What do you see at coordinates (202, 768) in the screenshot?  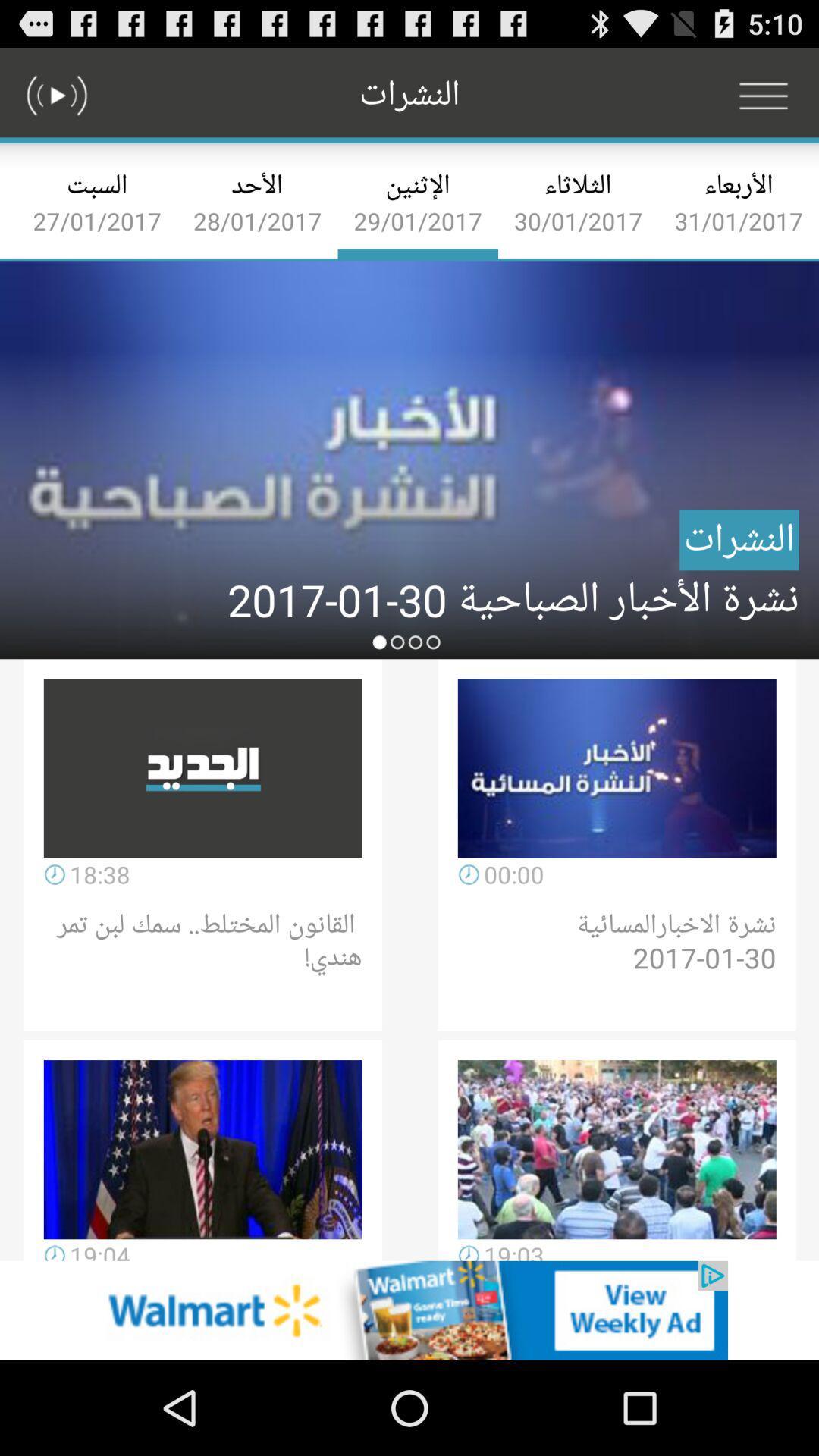 I see `the first  item under the image` at bounding box center [202, 768].